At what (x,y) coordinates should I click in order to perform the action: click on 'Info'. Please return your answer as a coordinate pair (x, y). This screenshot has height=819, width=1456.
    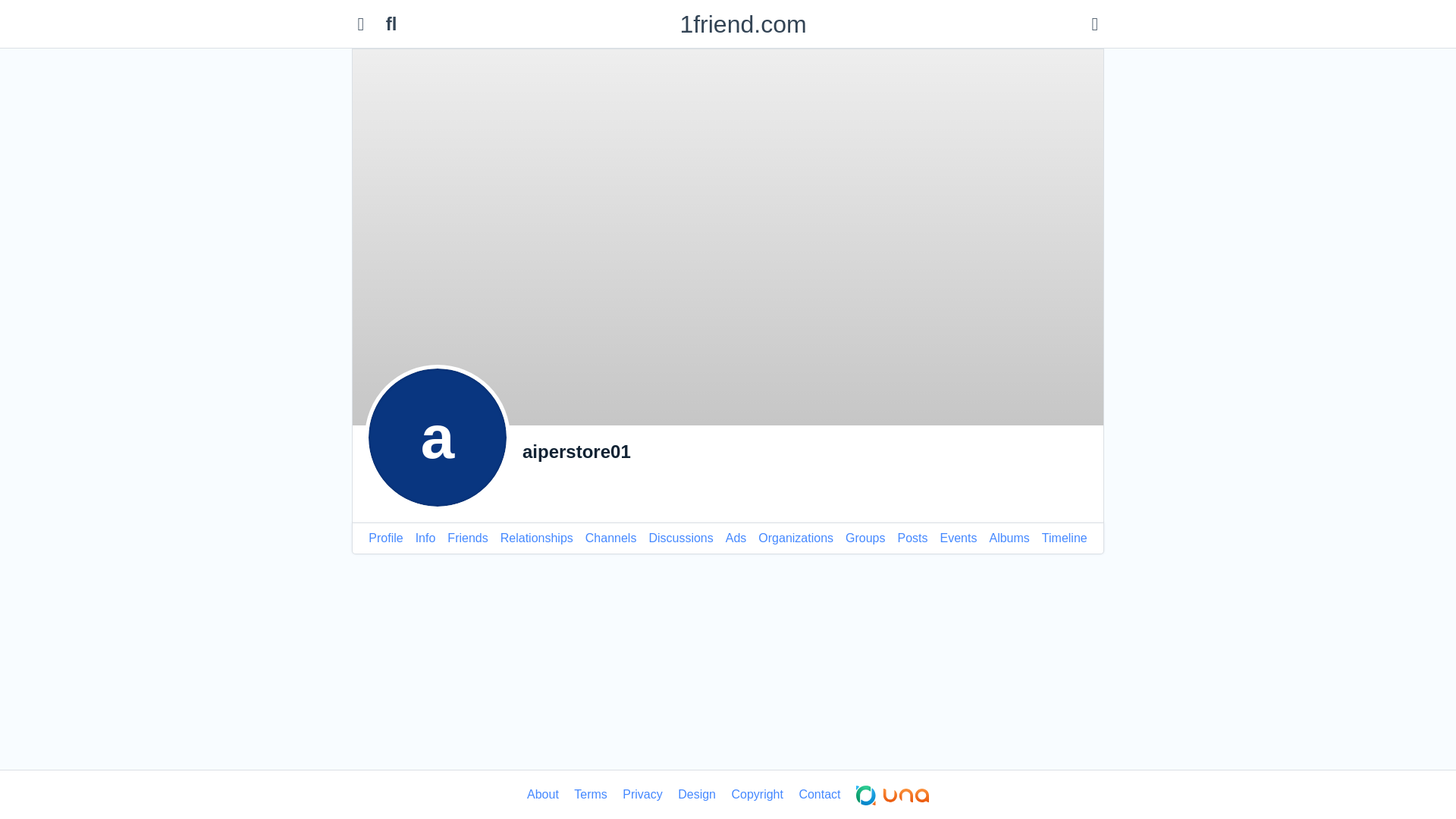
    Looking at the image, I should click on (415, 537).